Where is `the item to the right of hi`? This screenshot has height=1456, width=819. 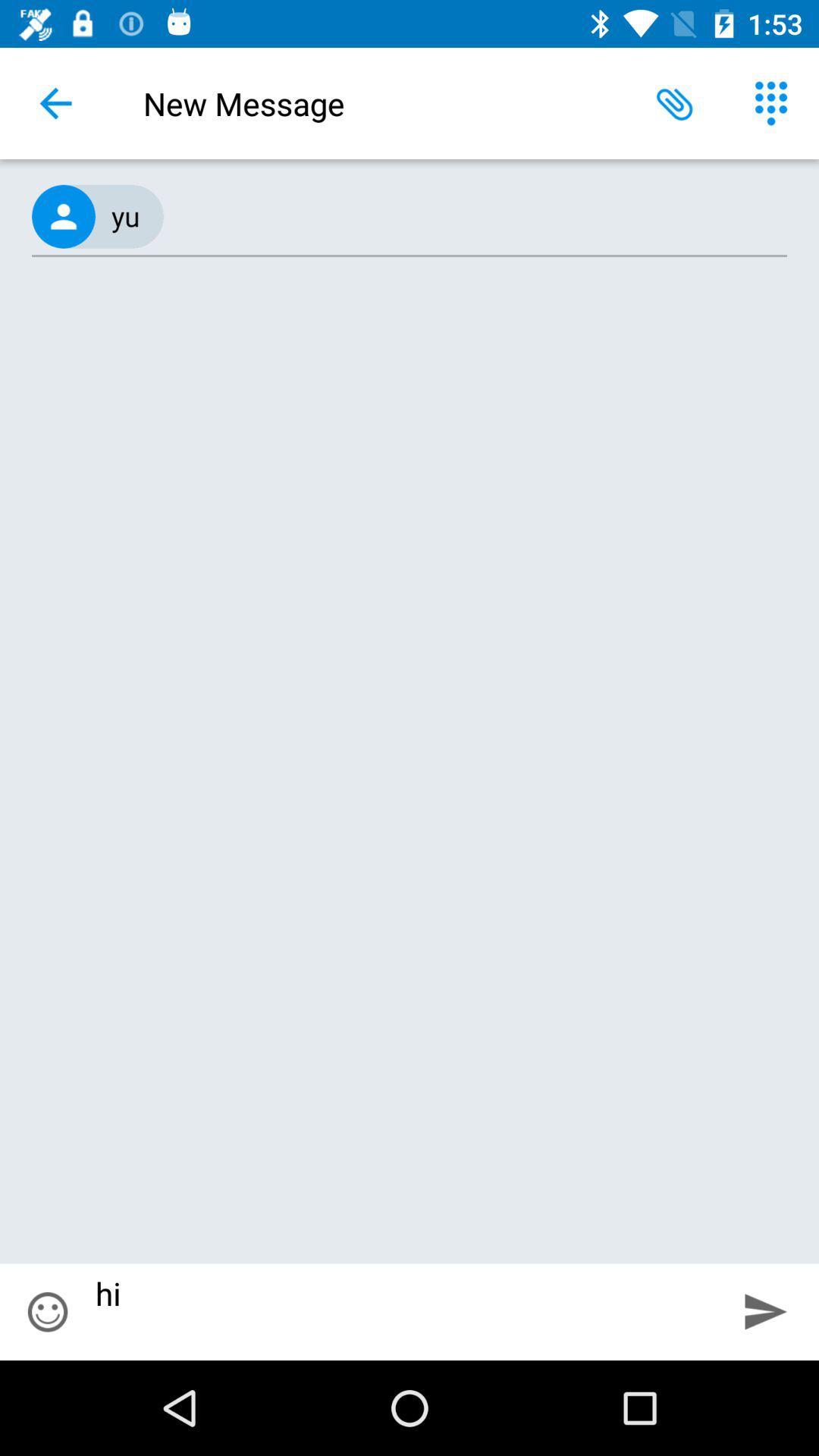 the item to the right of hi is located at coordinates (766, 1310).